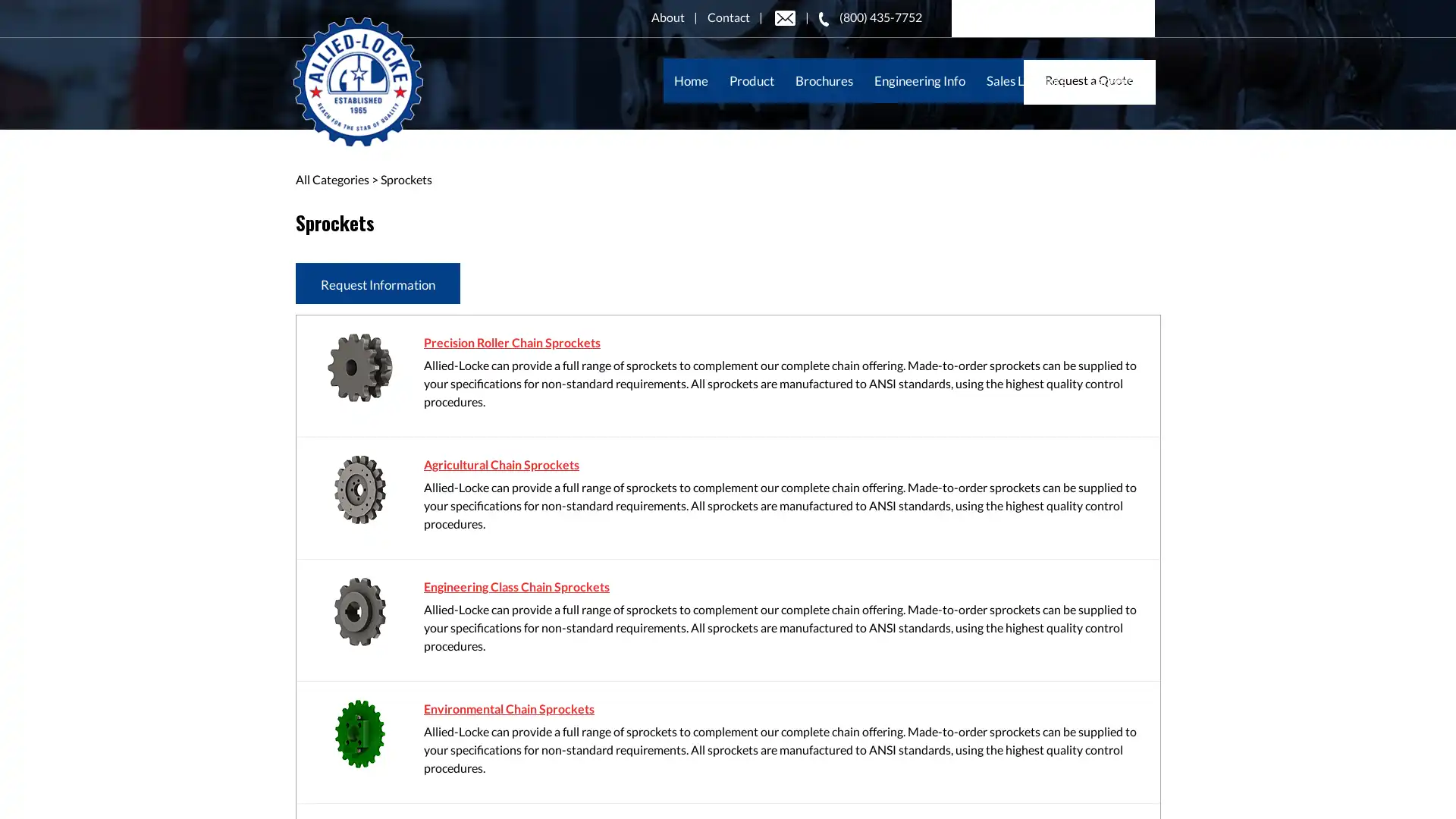 This screenshot has width=1456, height=819. What do you see at coordinates (378, 283) in the screenshot?
I see `Request Information` at bounding box center [378, 283].